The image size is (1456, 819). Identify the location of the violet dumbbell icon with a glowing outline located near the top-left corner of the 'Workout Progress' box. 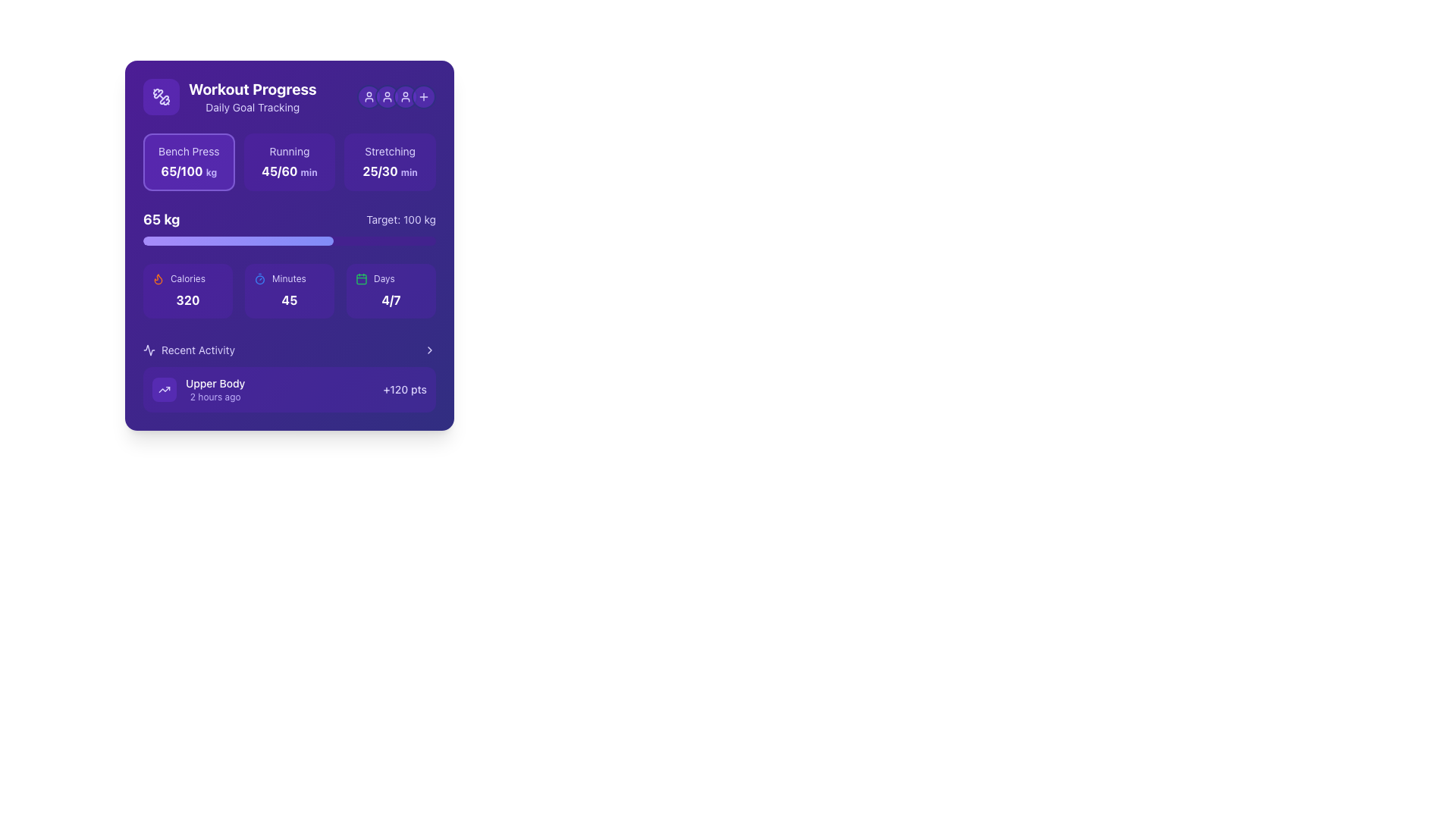
(161, 96).